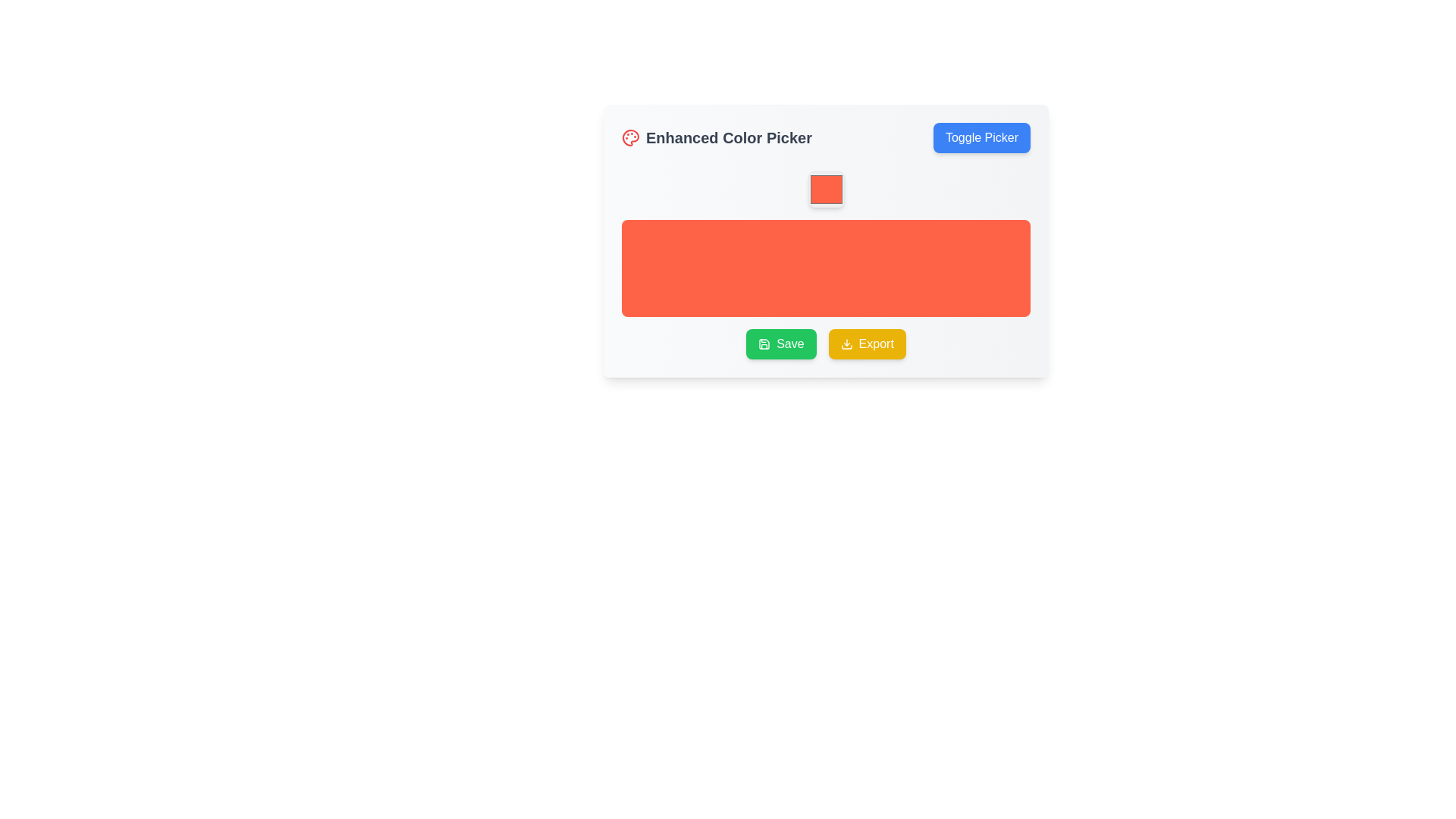  Describe the element at coordinates (764, 344) in the screenshot. I see `the green 'Save' button by clicking on the outer shape of the save icon, which is part of the SVG component` at that location.